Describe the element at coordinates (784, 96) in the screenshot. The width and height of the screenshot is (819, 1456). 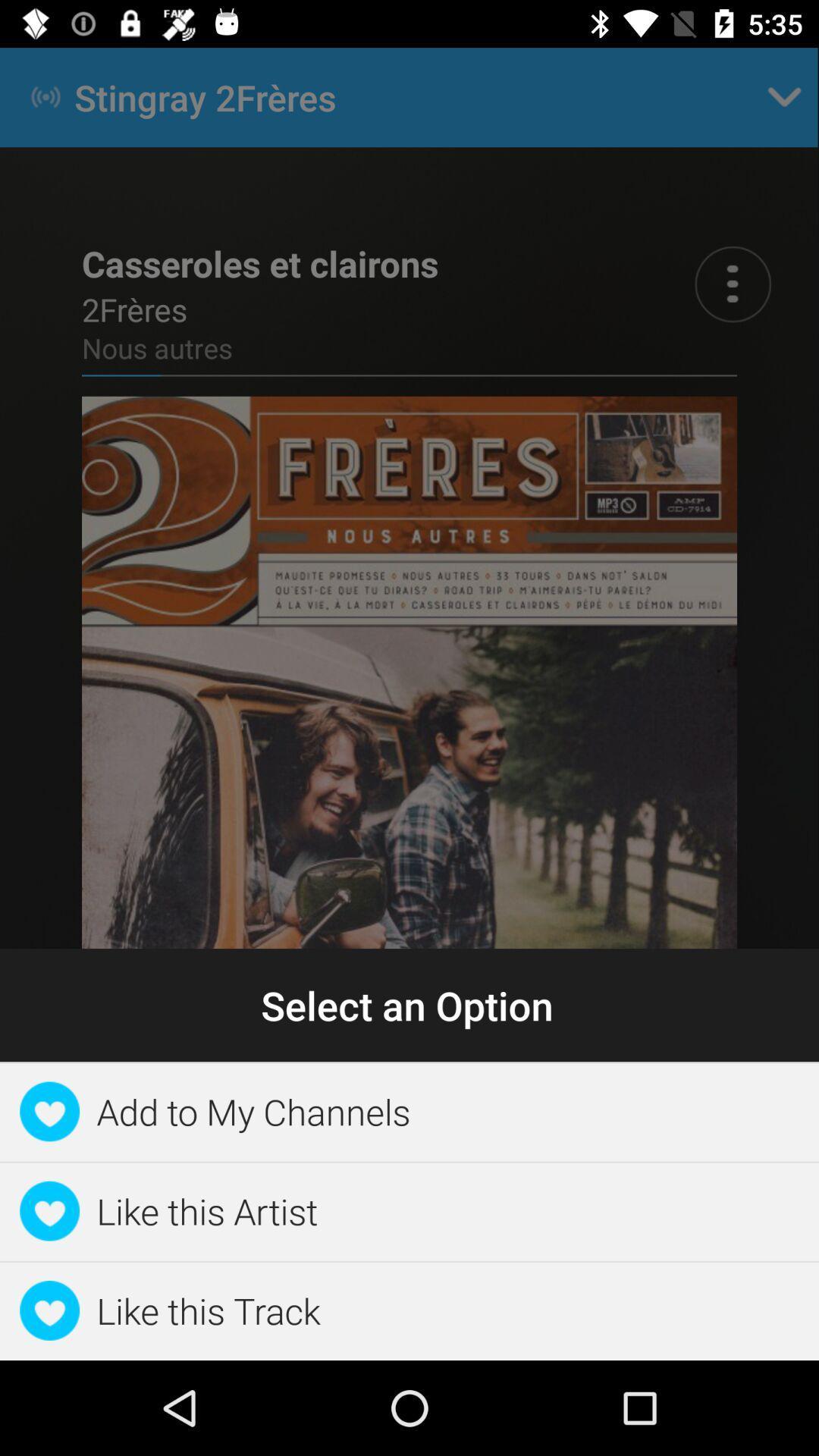
I see `the expand_more icon` at that location.